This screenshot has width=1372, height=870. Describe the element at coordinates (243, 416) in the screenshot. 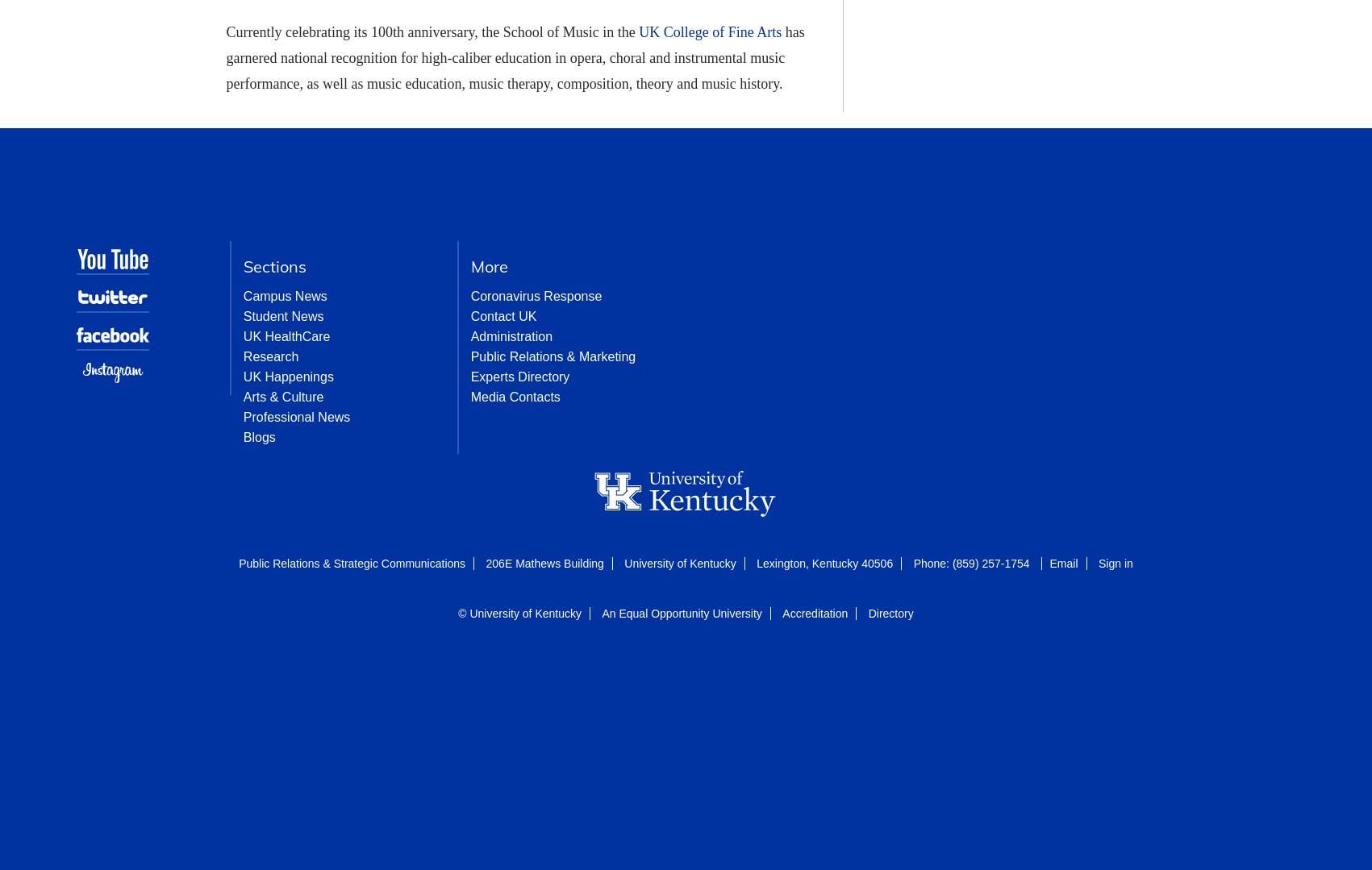

I see `'Professional News'` at that location.